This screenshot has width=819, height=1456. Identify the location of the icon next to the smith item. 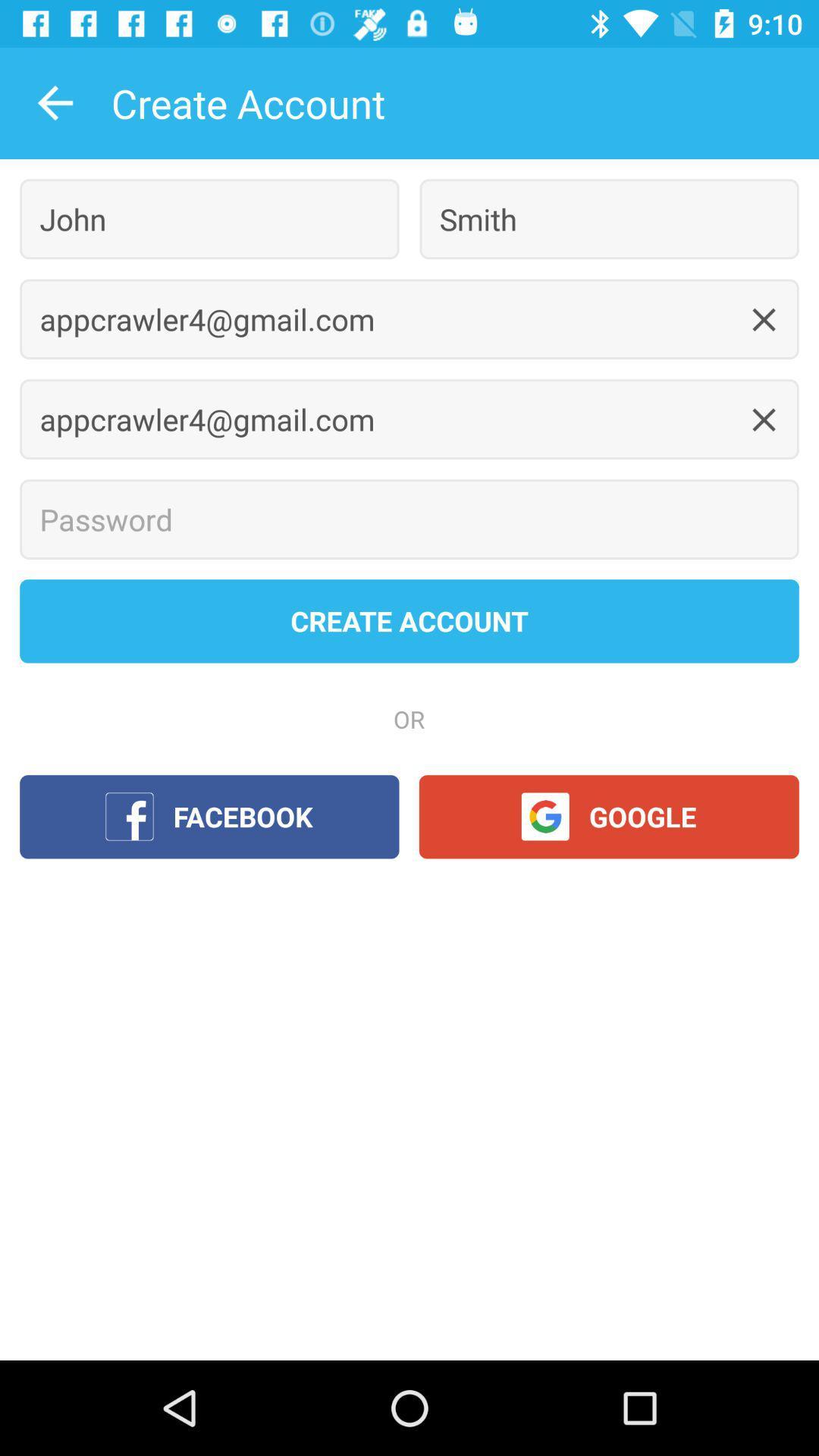
(209, 218).